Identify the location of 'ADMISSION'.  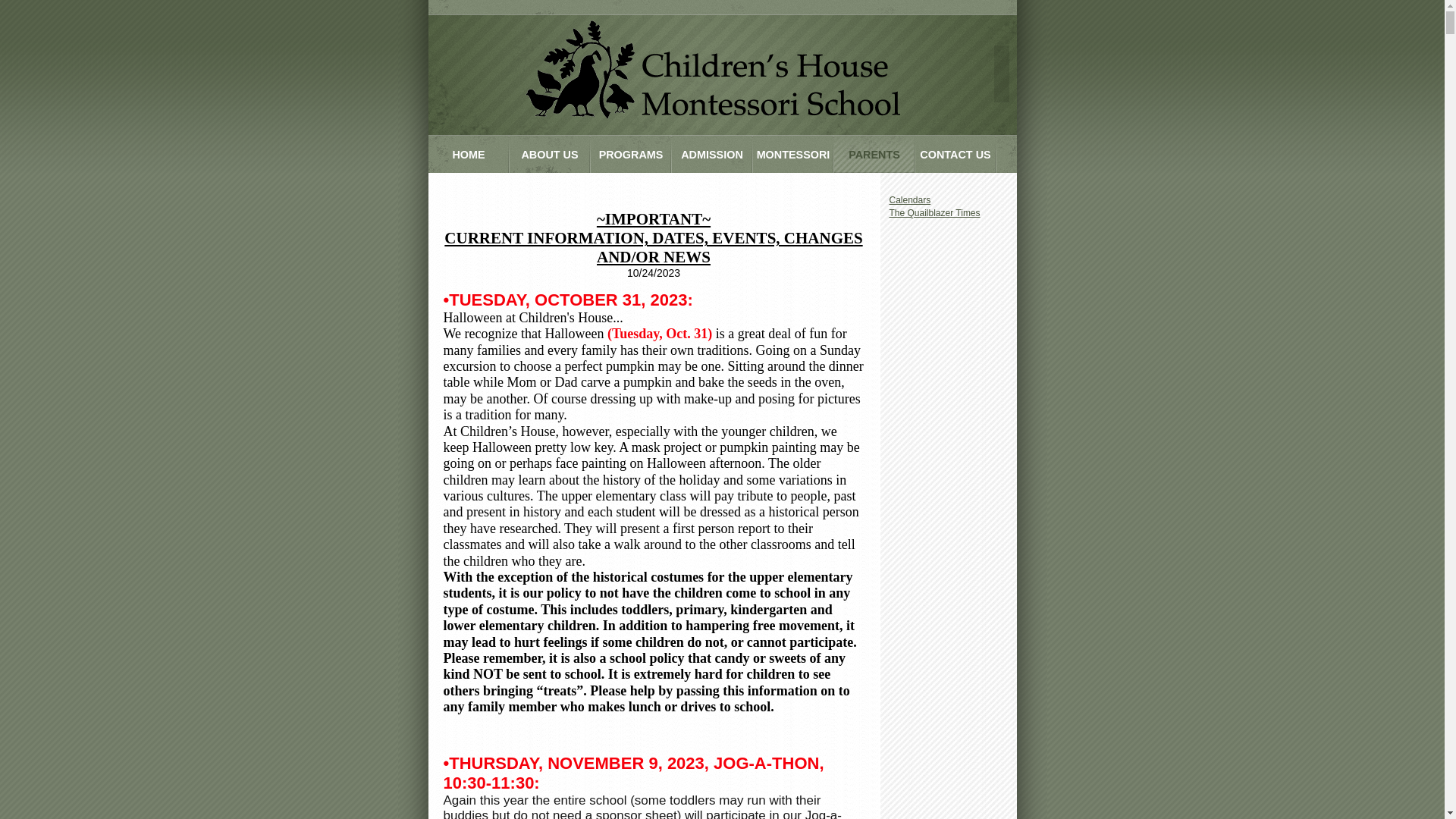
(671, 154).